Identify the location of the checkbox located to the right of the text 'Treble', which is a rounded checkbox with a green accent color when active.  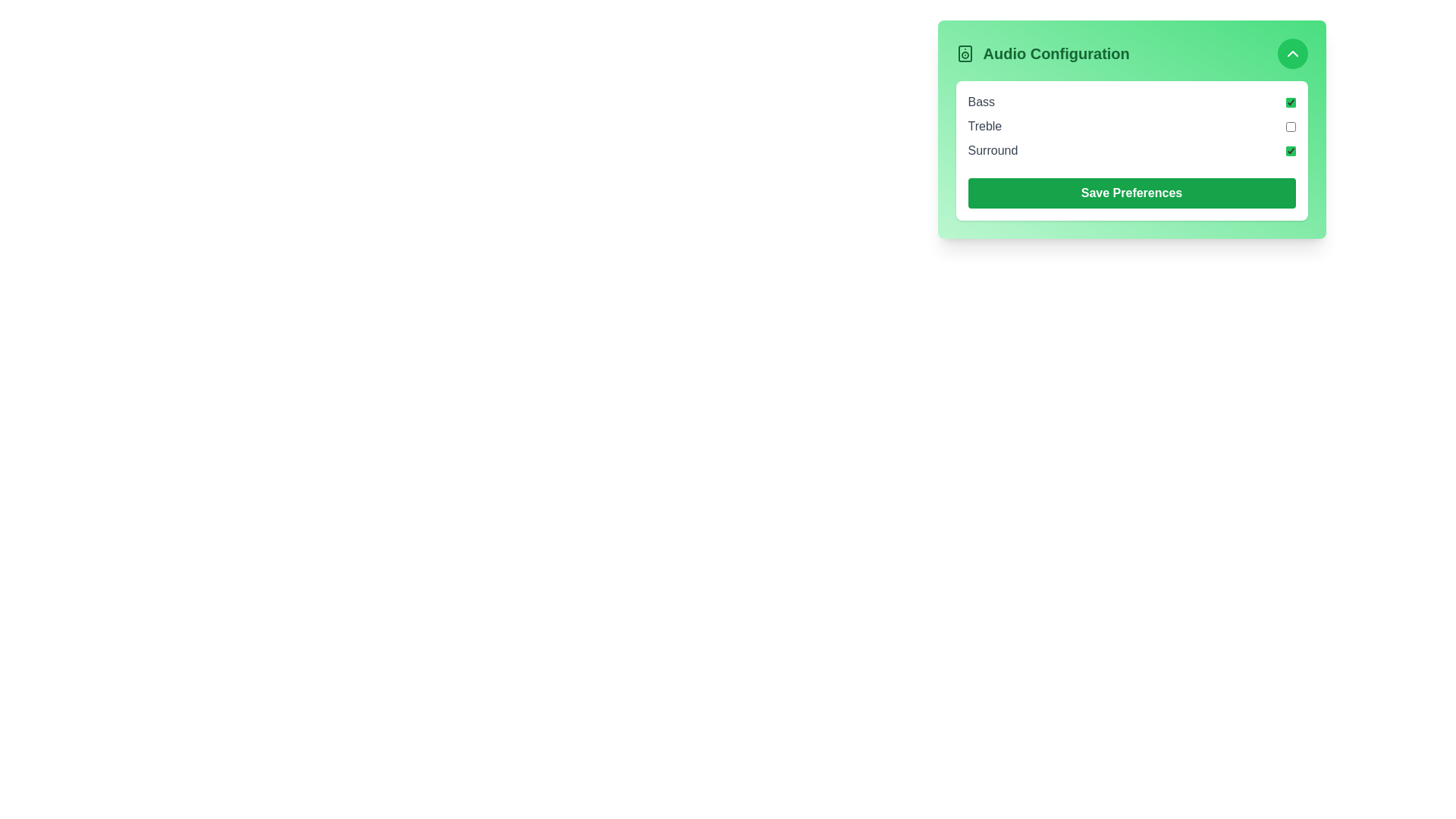
(1290, 125).